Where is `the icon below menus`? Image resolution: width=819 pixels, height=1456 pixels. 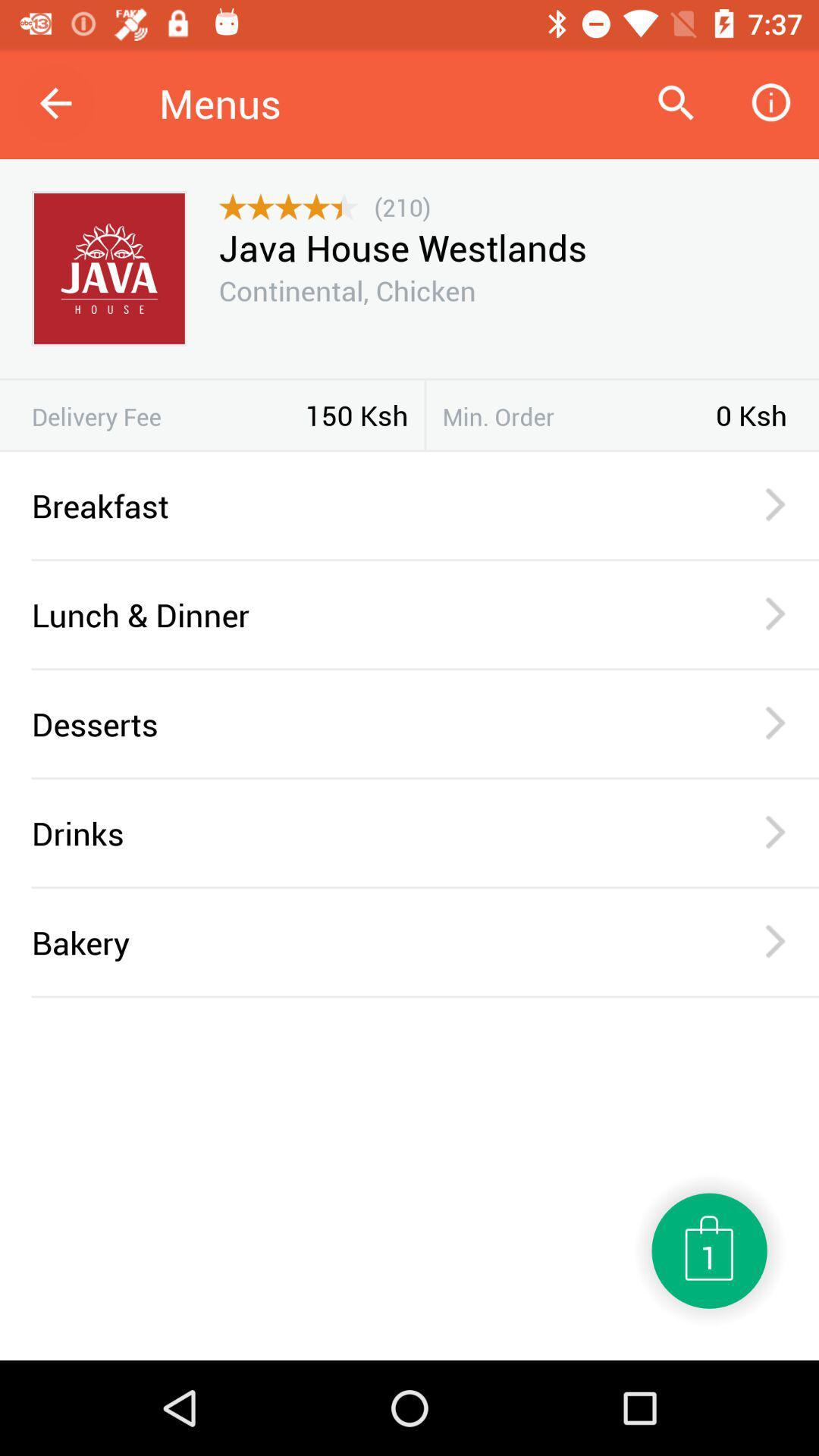
the icon below menus is located at coordinates (402, 206).